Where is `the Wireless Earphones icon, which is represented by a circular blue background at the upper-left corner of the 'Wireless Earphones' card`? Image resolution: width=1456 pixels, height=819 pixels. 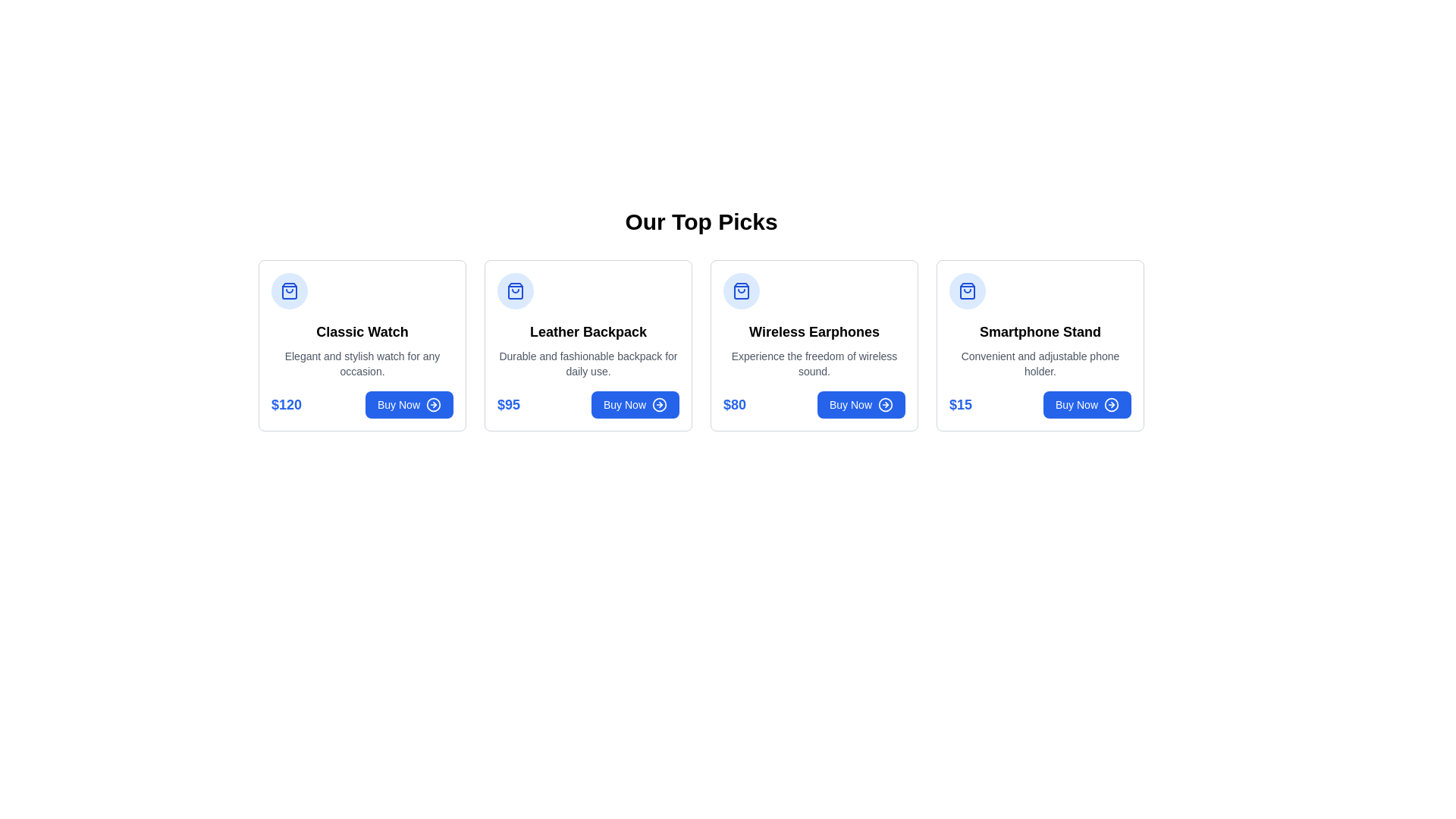
the Wireless Earphones icon, which is represented by a circular blue background at the upper-left corner of the 'Wireless Earphones' card is located at coordinates (742, 291).